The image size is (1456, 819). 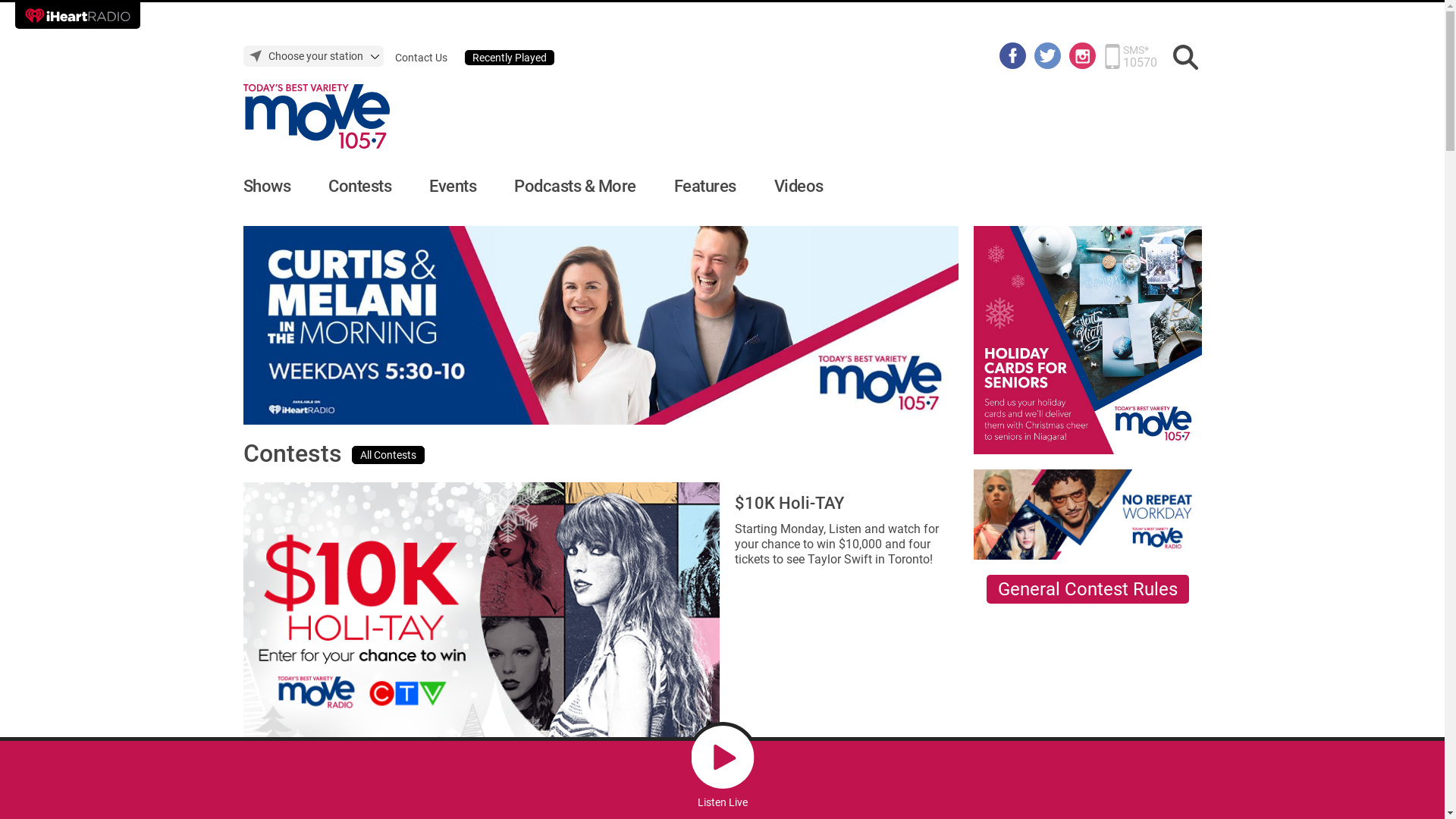 I want to click on 'General Contest Rules', so click(x=1086, y=588).